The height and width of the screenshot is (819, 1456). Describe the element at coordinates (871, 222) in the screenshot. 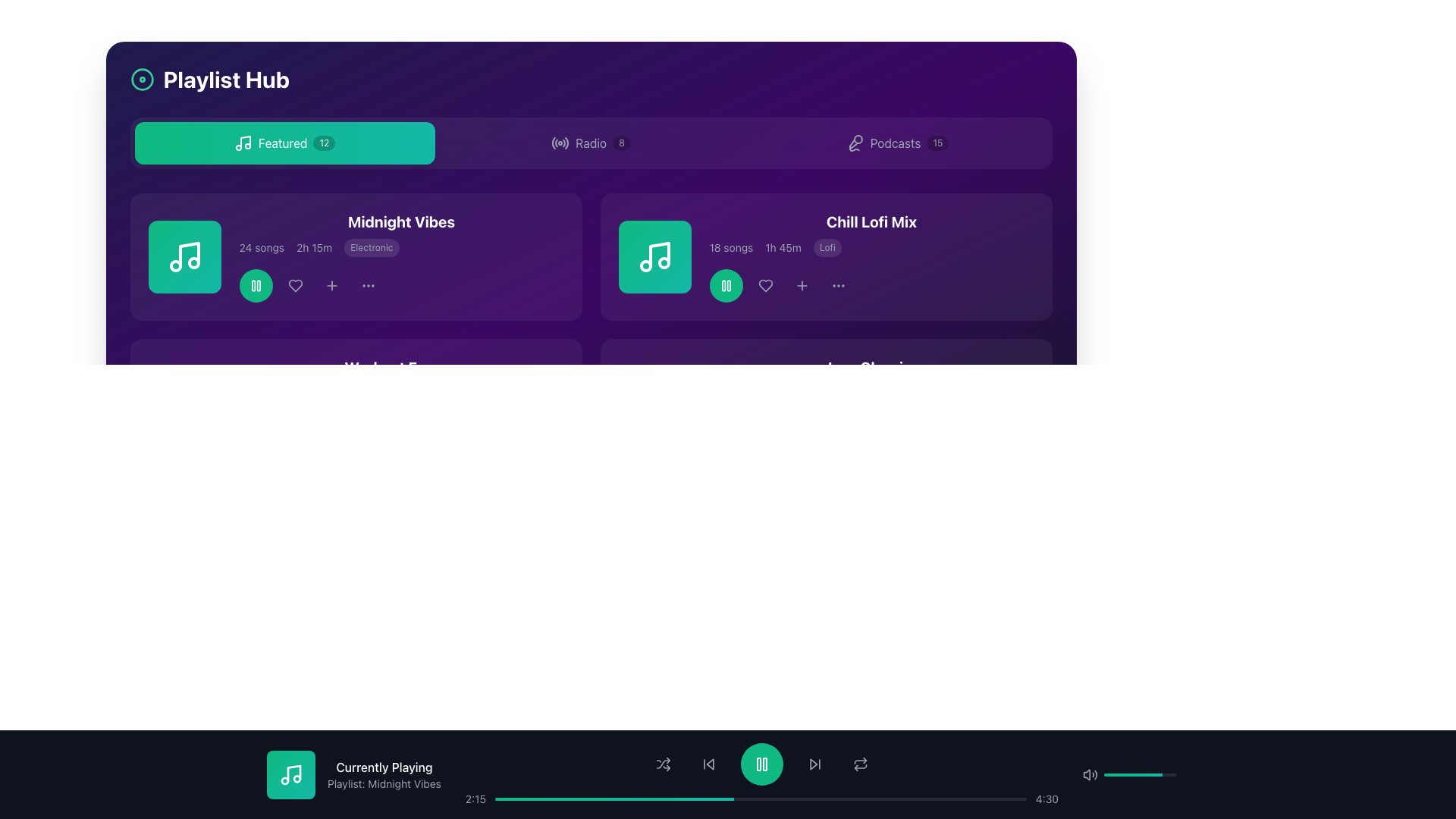

I see `the playlist` at that location.